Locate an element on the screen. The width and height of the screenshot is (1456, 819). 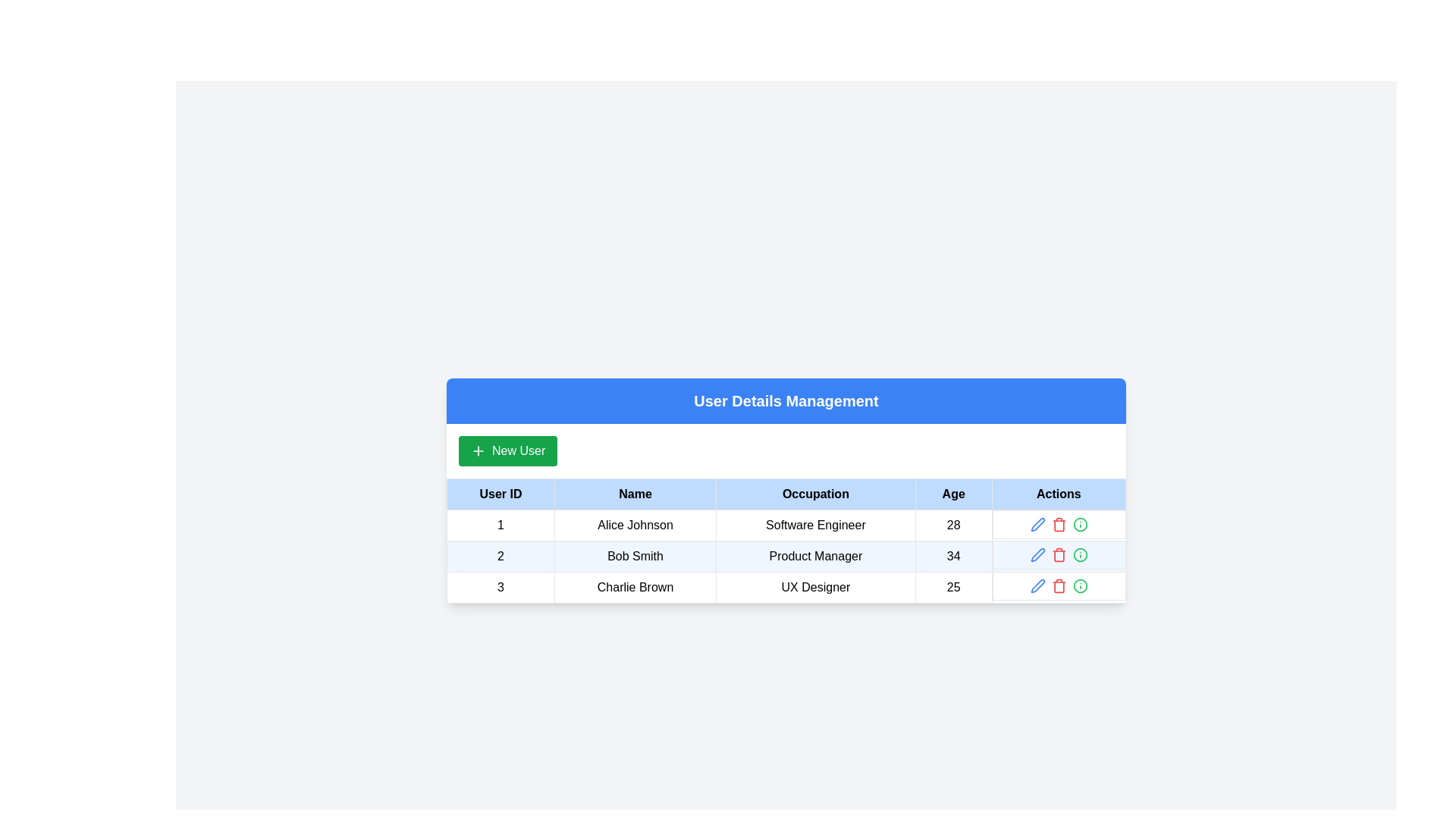
the edit action button icon located is located at coordinates (1037, 555).